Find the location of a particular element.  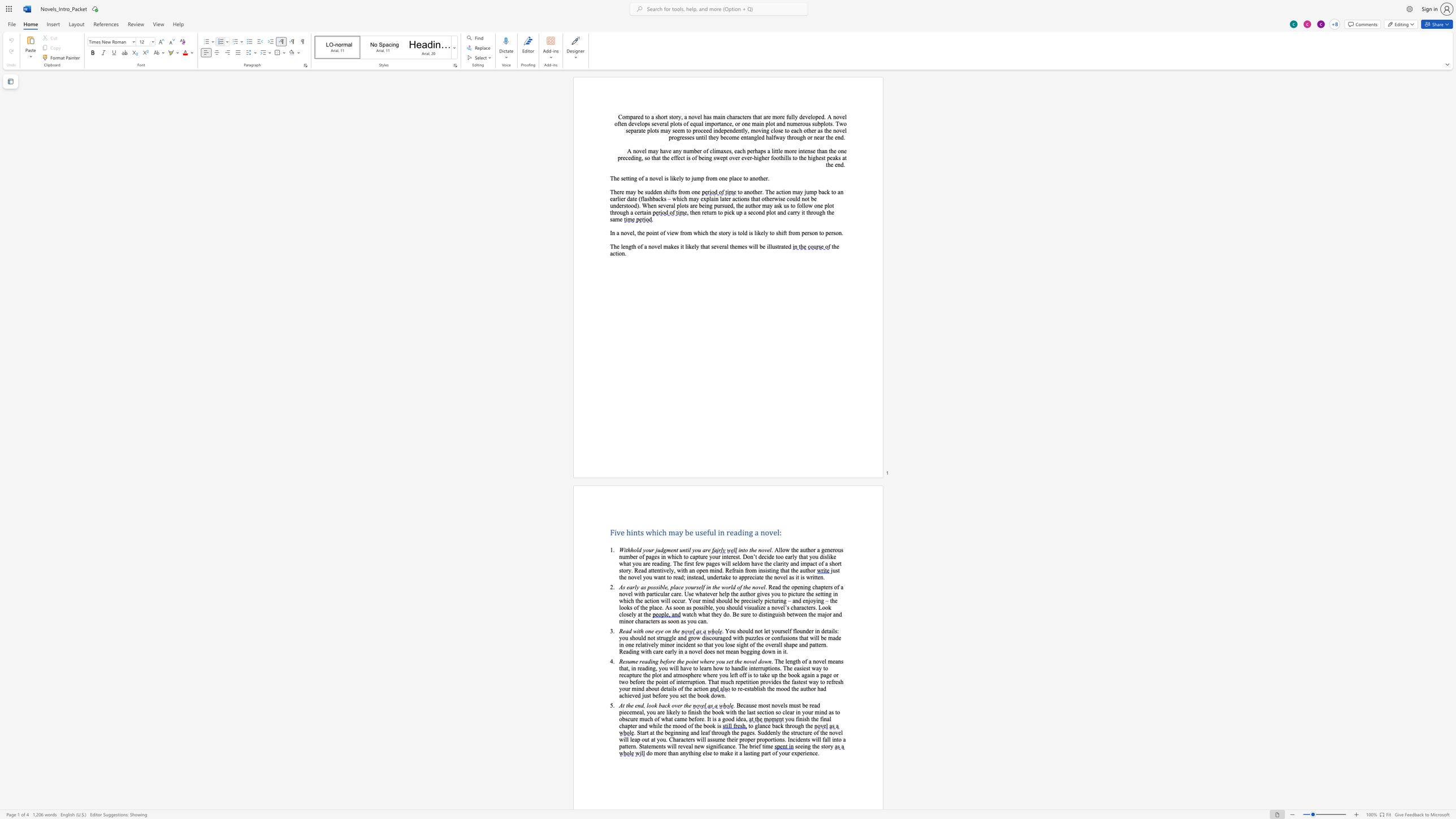

the space between the continuous character "o" and "o" in the text is located at coordinates (728, 718).